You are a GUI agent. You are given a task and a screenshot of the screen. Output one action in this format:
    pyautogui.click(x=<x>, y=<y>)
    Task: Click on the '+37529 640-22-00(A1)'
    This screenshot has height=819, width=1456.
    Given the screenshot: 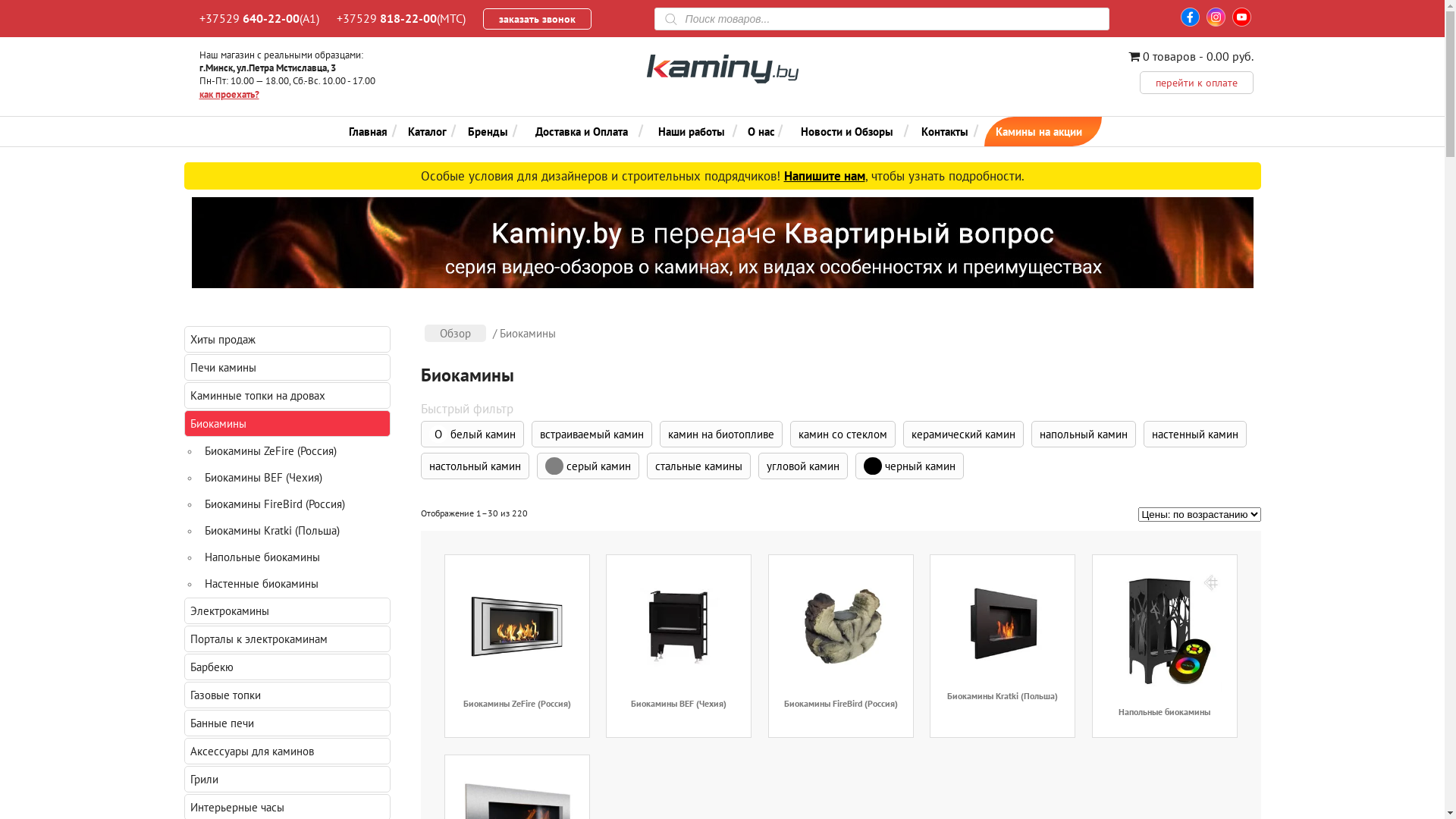 What is the action you would take?
    pyautogui.click(x=258, y=17)
    